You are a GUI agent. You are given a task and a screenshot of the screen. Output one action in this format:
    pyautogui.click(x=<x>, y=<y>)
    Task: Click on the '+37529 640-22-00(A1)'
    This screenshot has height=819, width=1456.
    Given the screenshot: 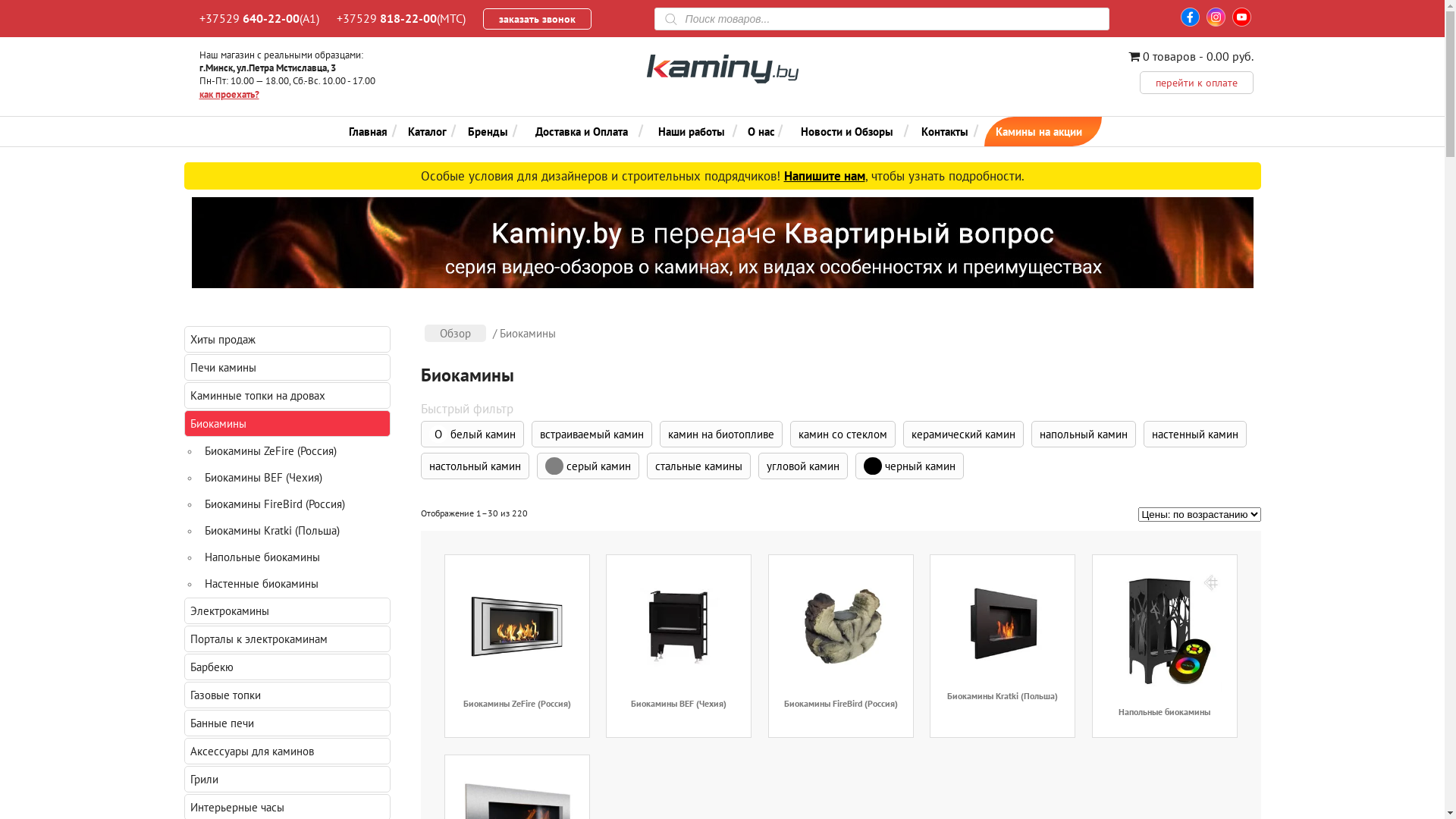 What is the action you would take?
    pyautogui.click(x=258, y=17)
    